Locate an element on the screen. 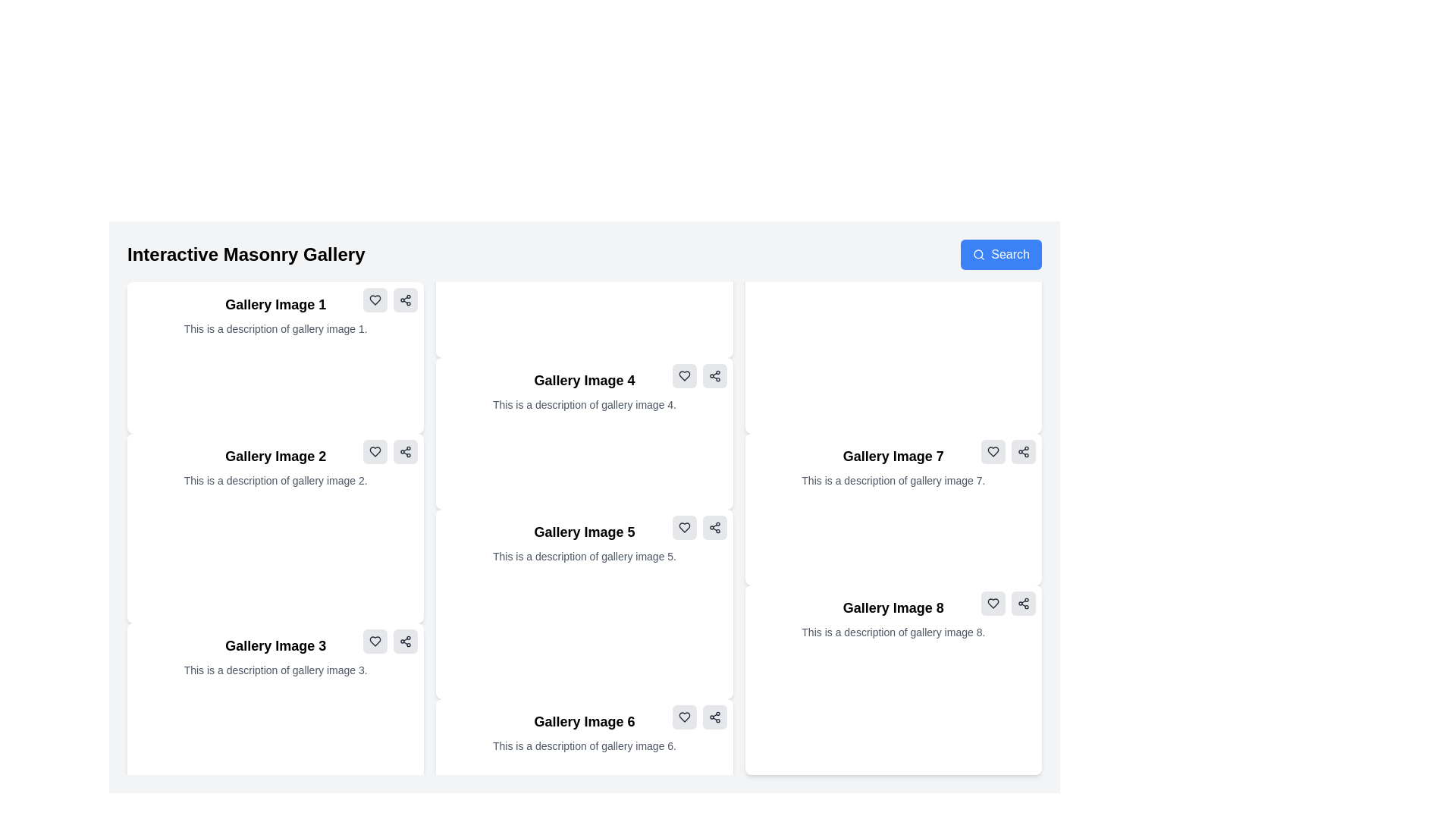 This screenshot has height=819, width=1456. the share icon, which is a minimalistic design of three circles connected by two lines, located on the right-hand side of the 'Gallery Image 8' section is located at coordinates (1023, 602).